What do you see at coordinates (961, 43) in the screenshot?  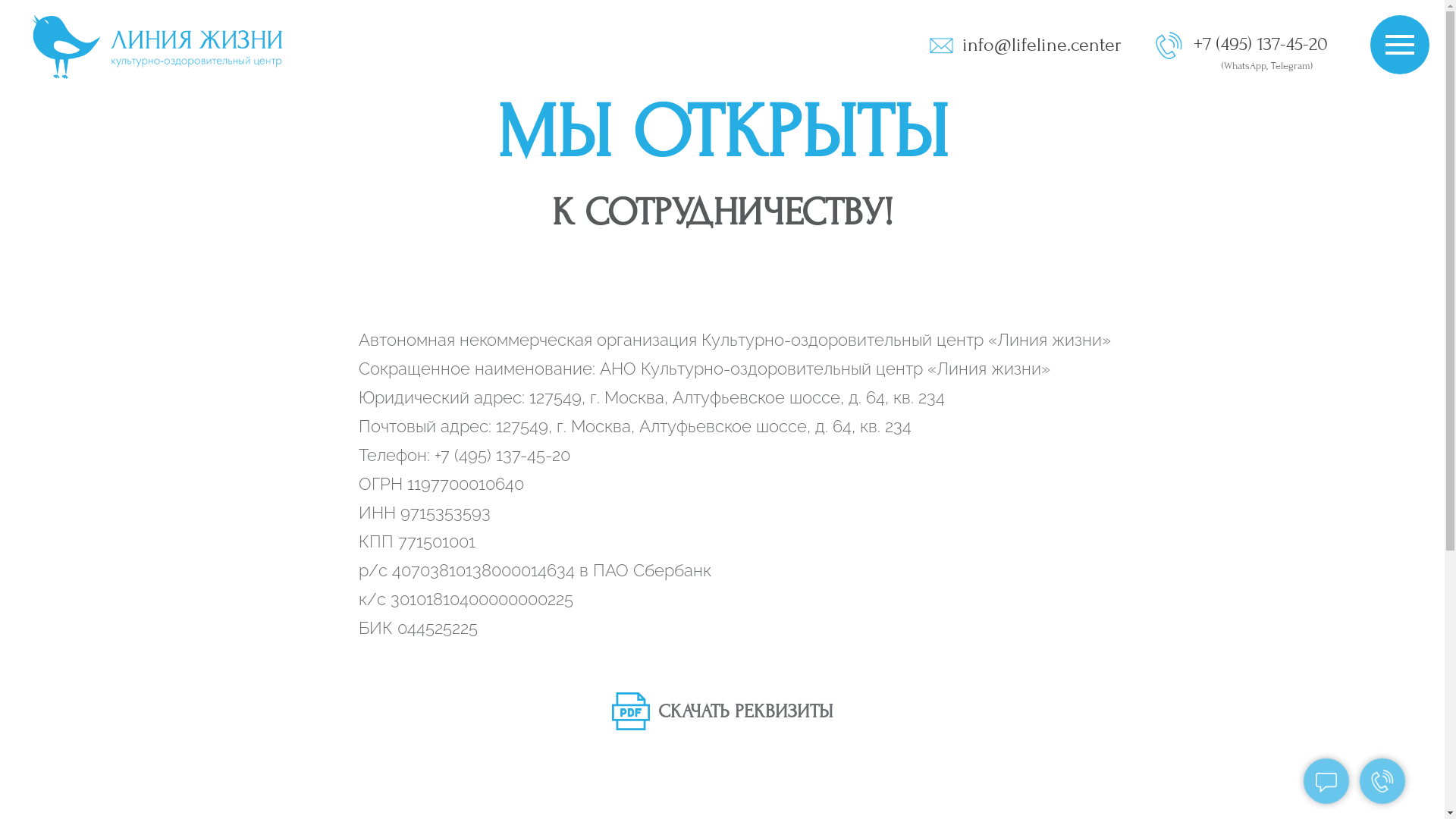 I see `'info@lifeline.center'` at bounding box center [961, 43].